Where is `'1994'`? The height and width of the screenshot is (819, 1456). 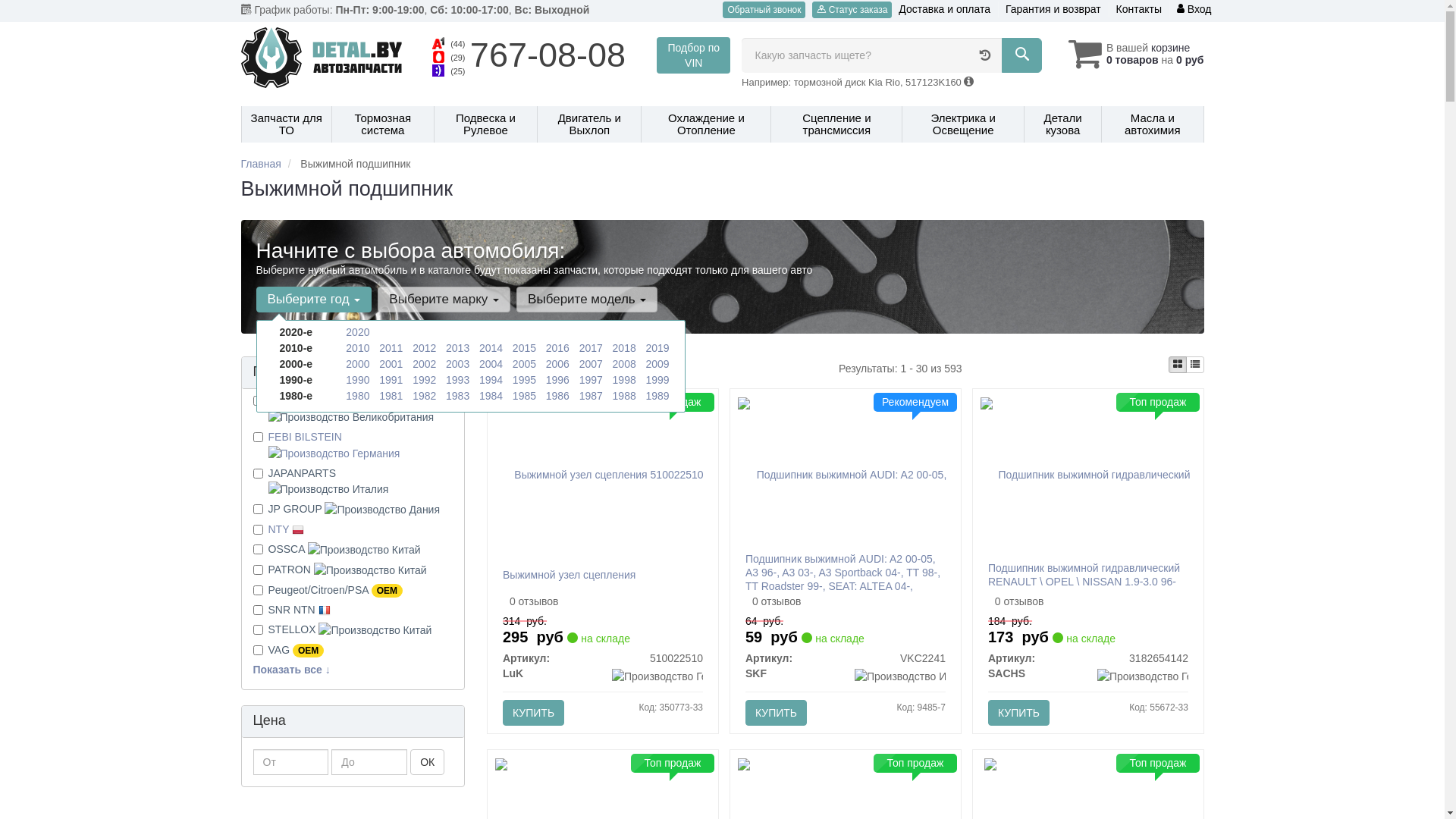 '1994' is located at coordinates (479, 379).